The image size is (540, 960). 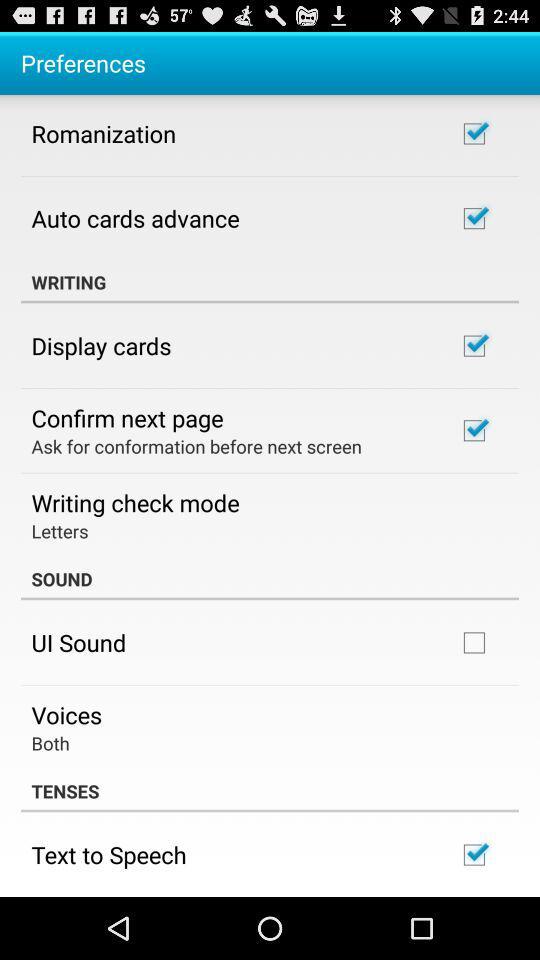 I want to click on the app below ask for conformation app, so click(x=135, y=501).